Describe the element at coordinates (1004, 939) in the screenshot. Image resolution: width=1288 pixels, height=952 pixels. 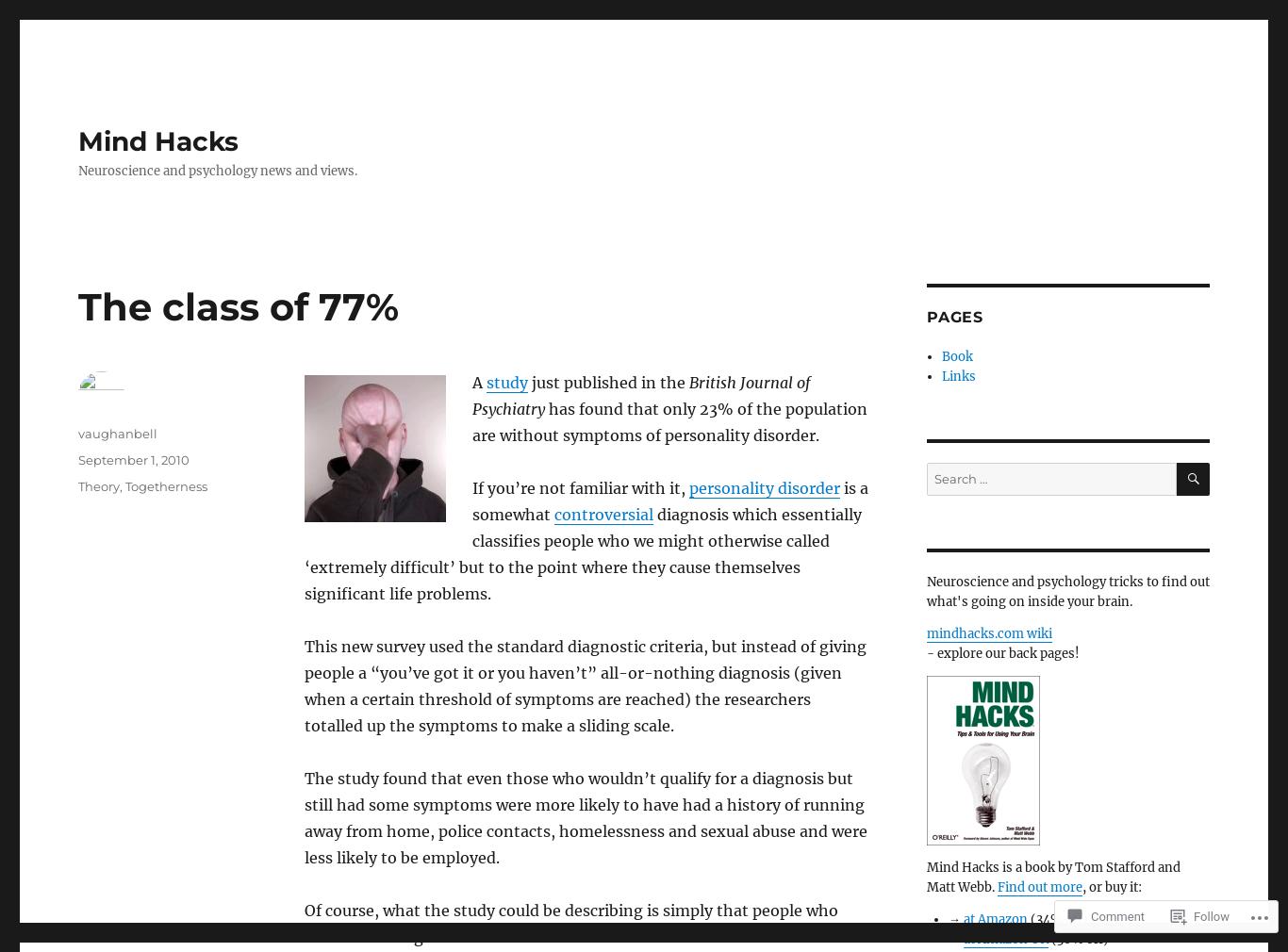
I see `'at Amazon UK'` at that location.